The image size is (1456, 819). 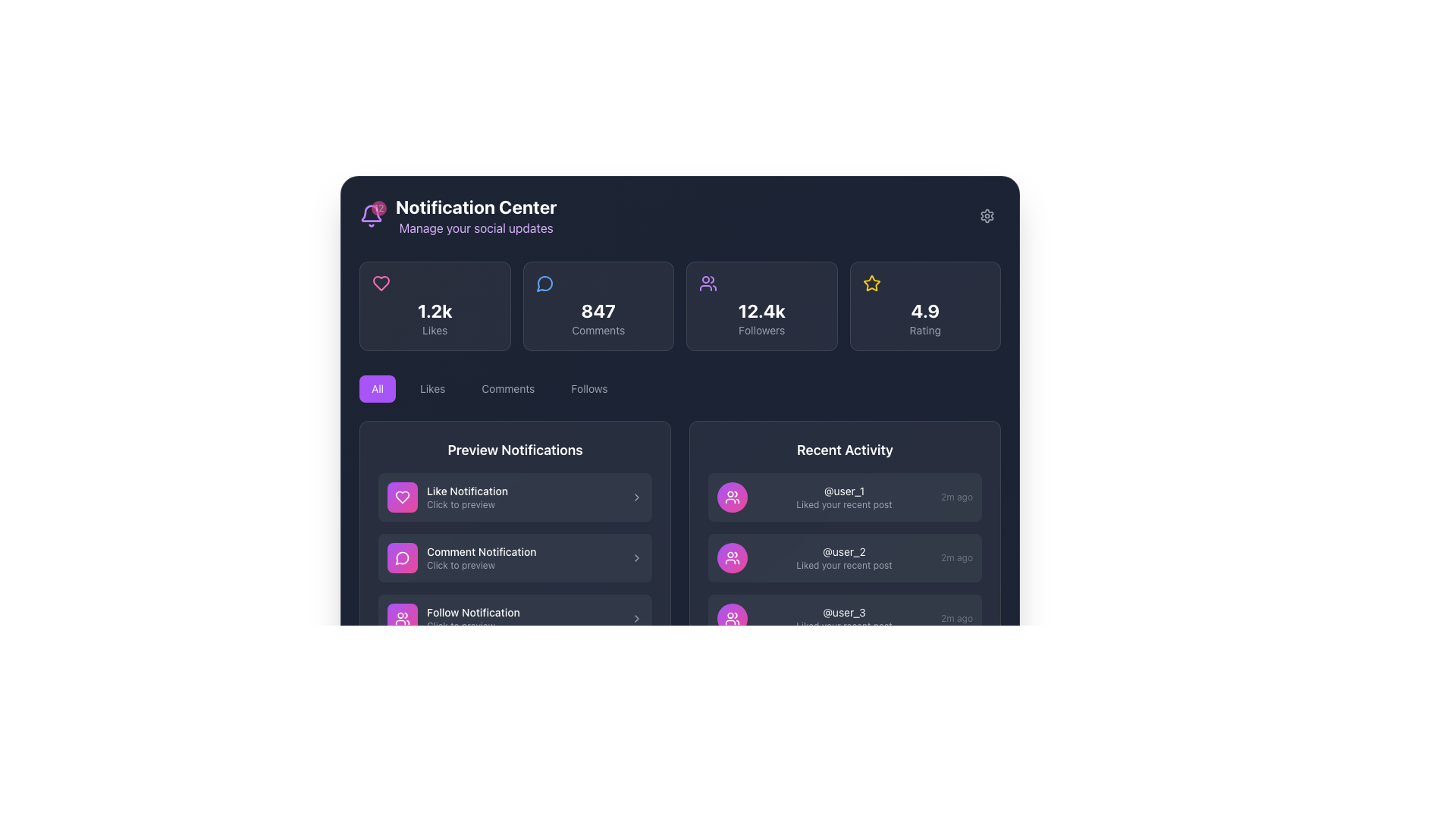 What do you see at coordinates (588, 388) in the screenshot?
I see `the 'Follows' button, which is a rectangular button with light gray text, positioned as the fourth button in a horizontal menu` at bounding box center [588, 388].